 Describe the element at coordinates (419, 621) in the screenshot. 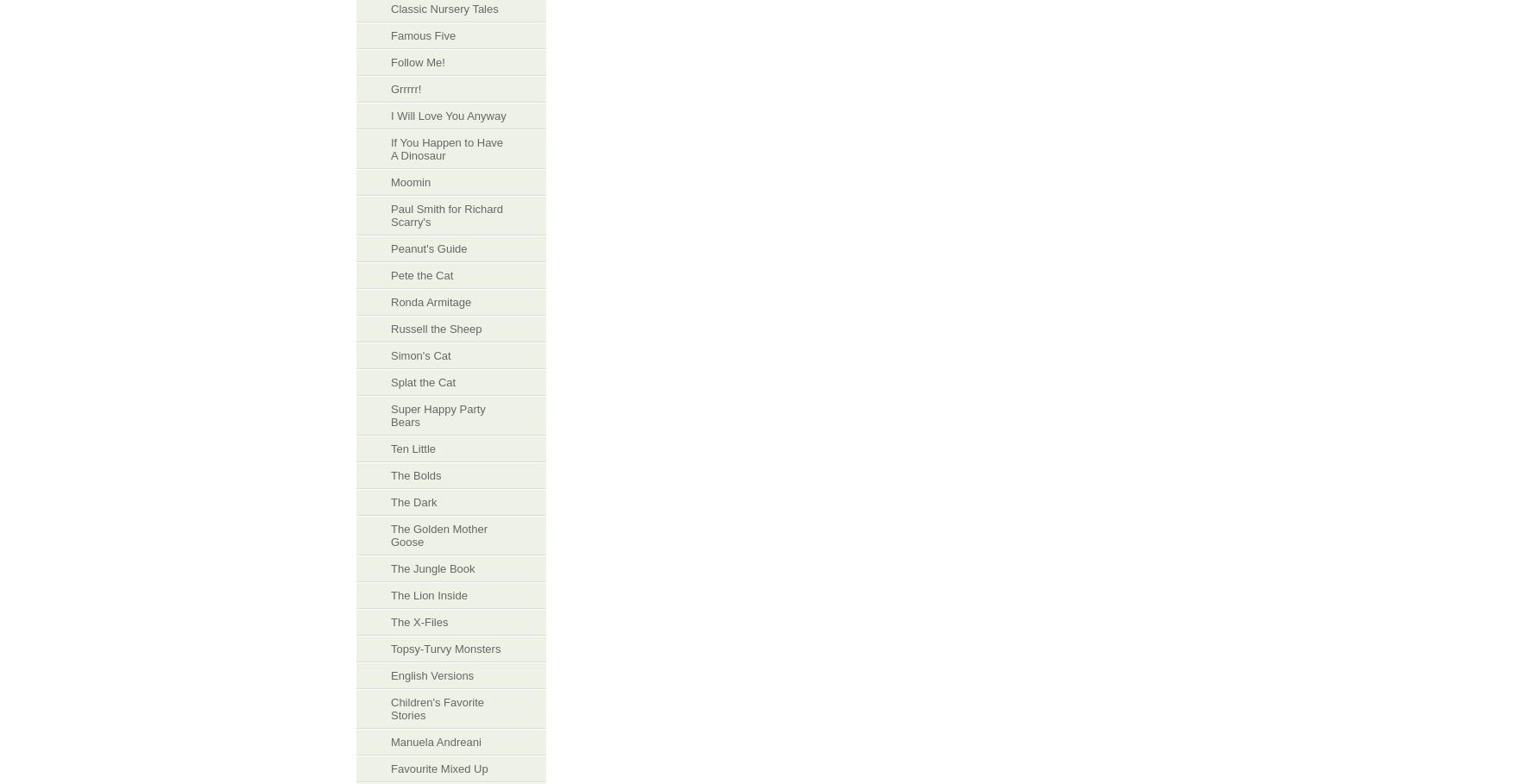

I see `'The X-Files'` at that location.